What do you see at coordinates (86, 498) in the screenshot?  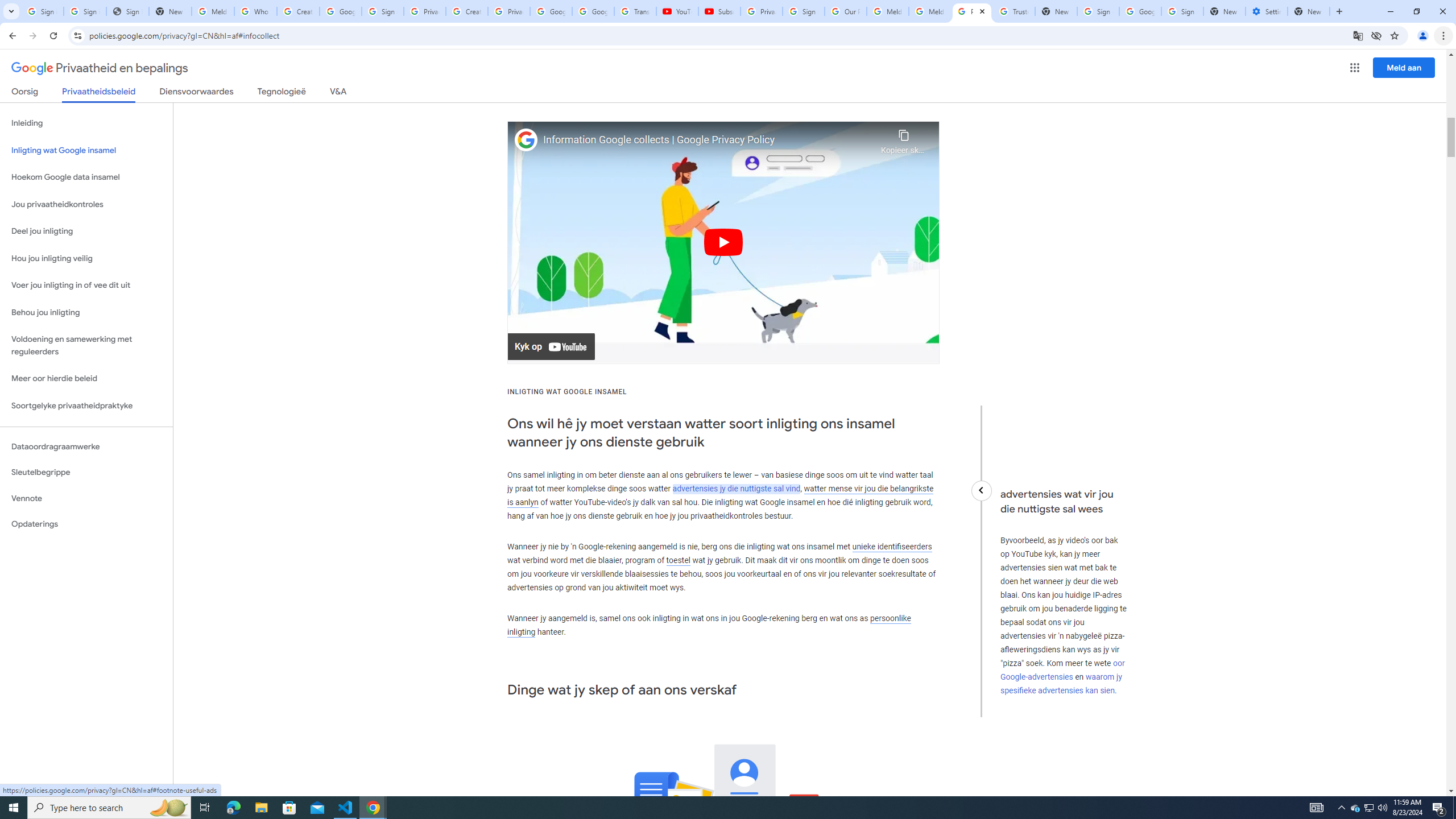 I see `'Vennote'` at bounding box center [86, 498].